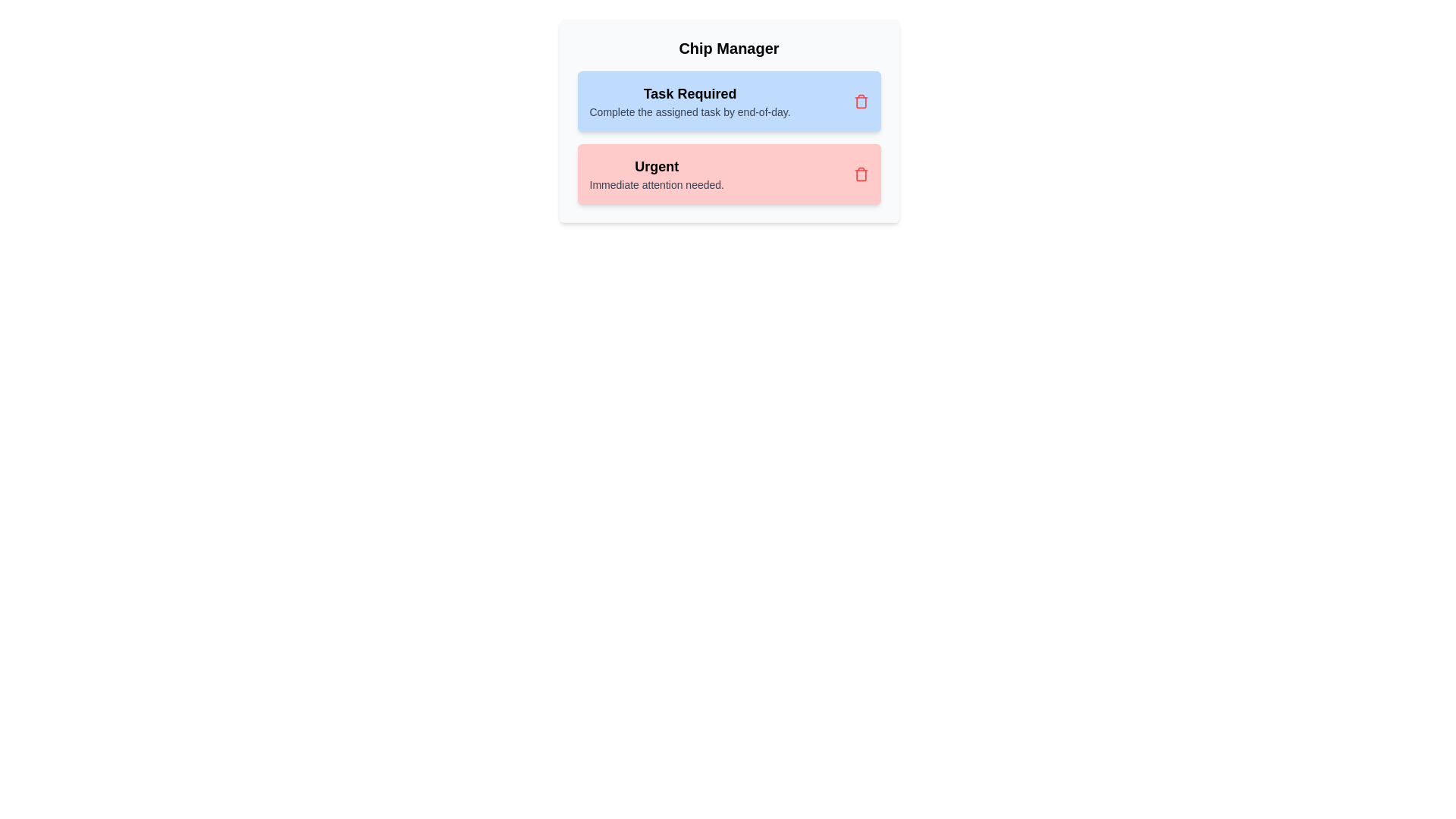  I want to click on the delete button for the chip labeled 'Task Required', so click(861, 102).